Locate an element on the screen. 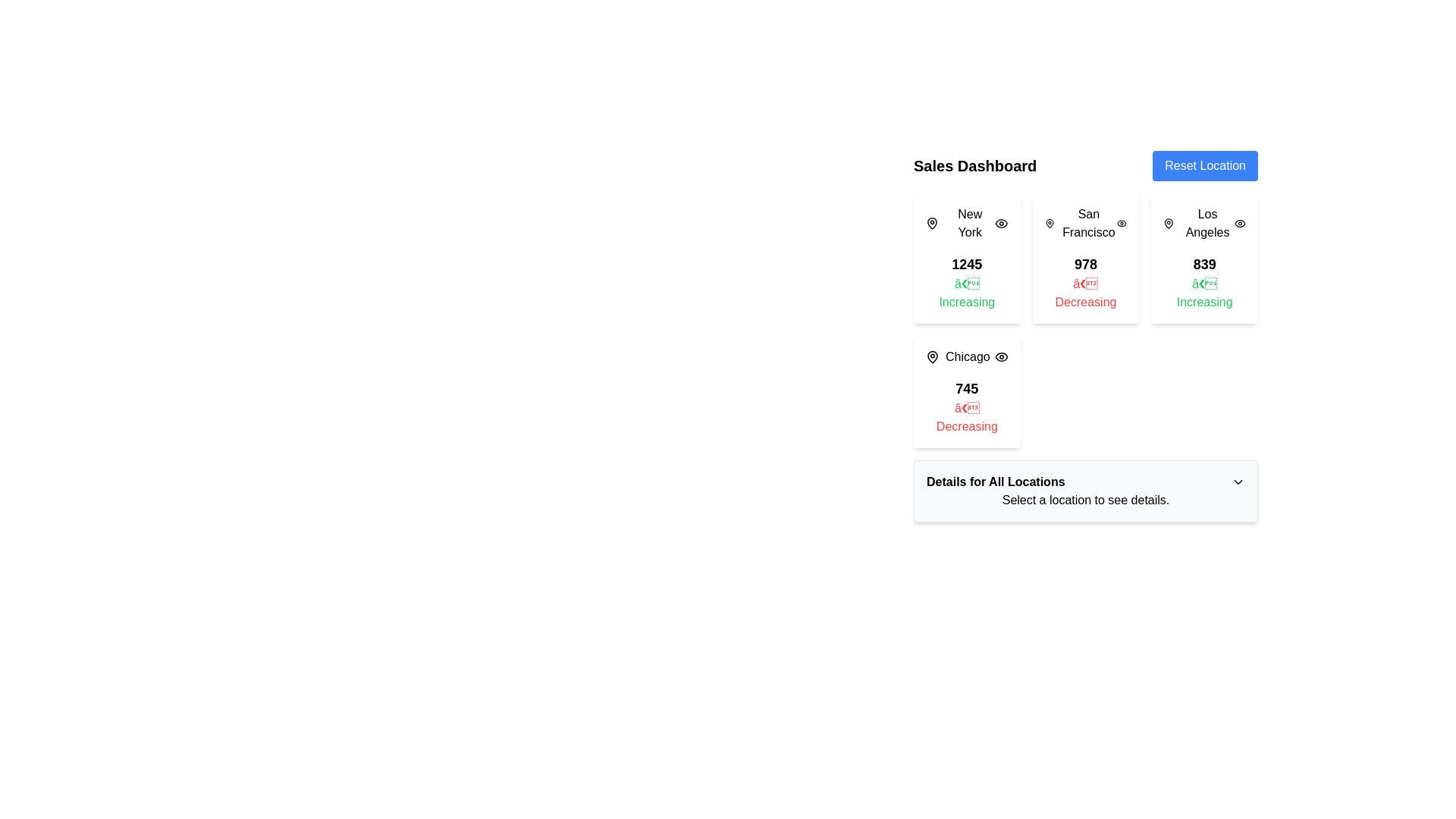 The height and width of the screenshot is (819, 1456). the Text Label displaying 'Chicago' in bold black font, located in the second card of the grid layout under the 'Sales Dashboard' is located at coordinates (967, 356).